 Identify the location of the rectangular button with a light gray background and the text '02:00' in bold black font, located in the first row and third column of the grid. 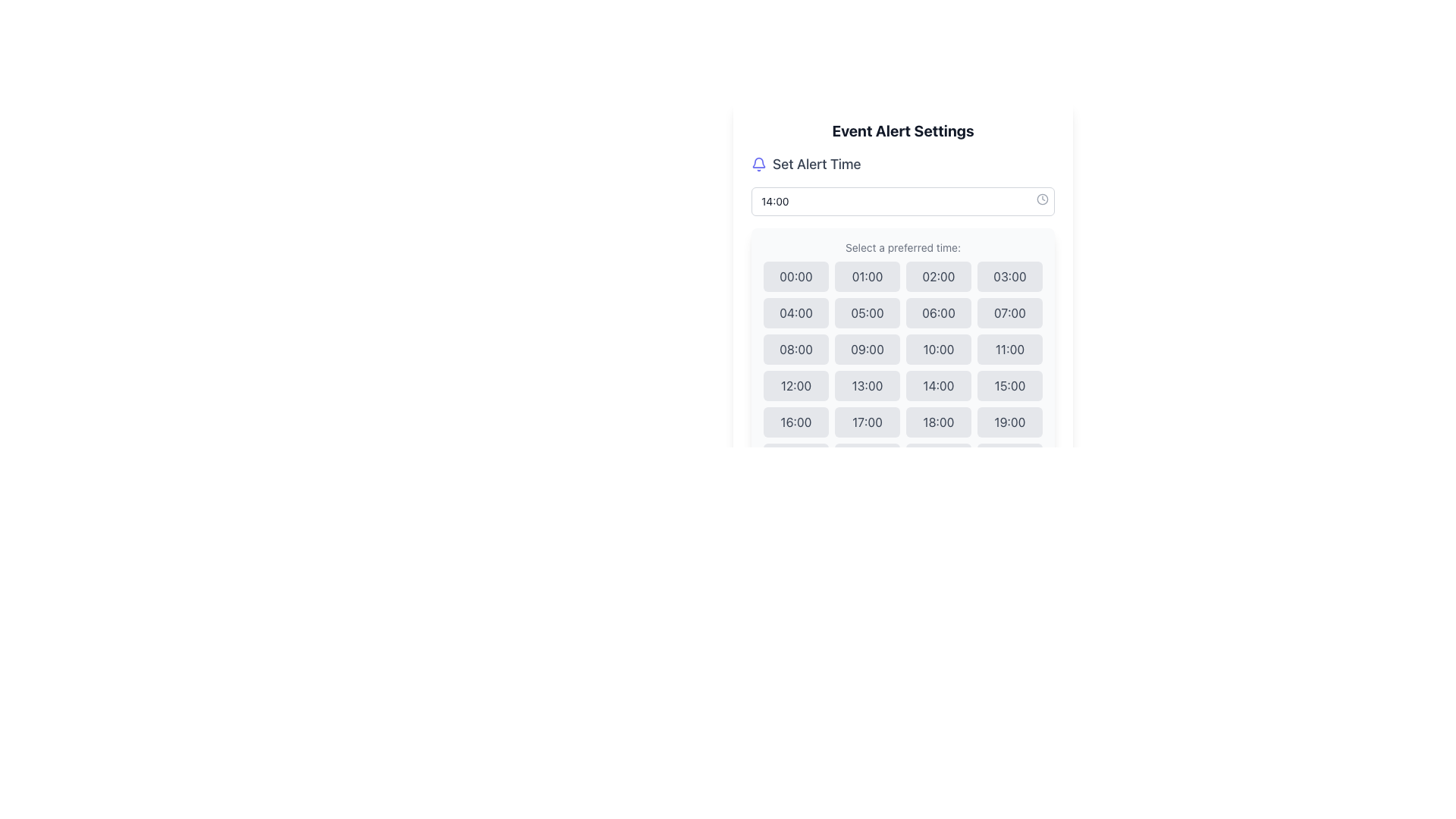
(938, 277).